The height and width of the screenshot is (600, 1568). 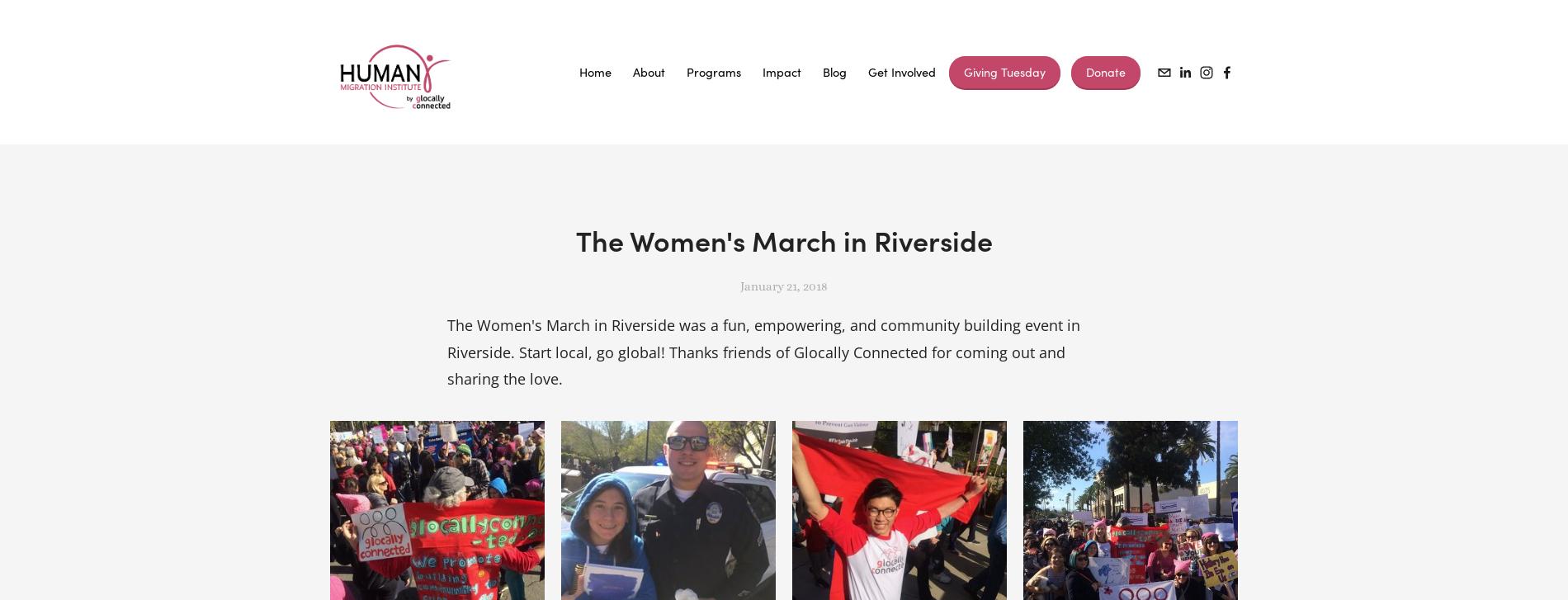 What do you see at coordinates (1105, 72) in the screenshot?
I see `'Donate'` at bounding box center [1105, 72].